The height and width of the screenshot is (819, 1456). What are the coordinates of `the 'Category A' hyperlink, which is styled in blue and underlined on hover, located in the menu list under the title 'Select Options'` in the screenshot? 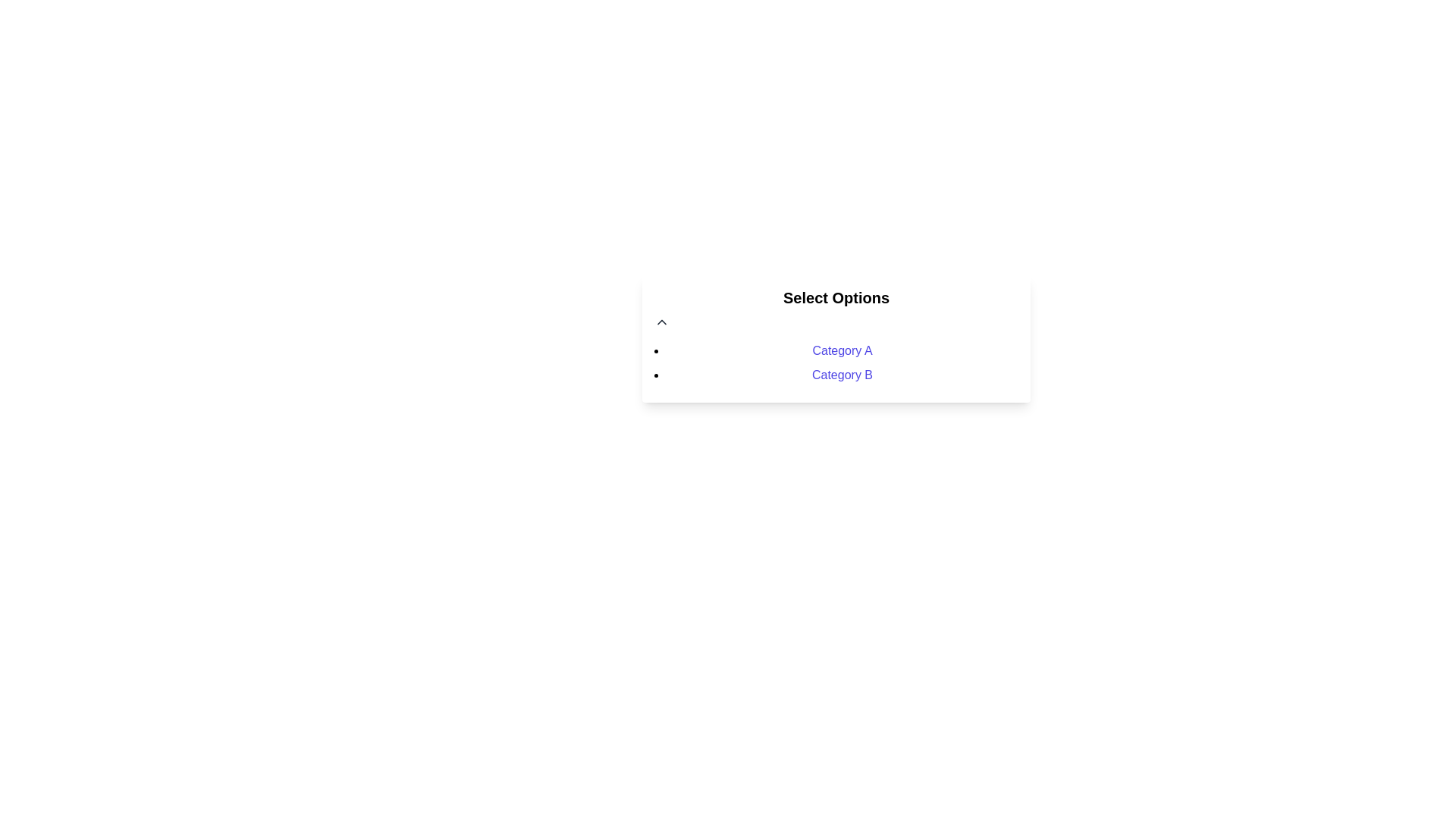 It's located at (841, 350).